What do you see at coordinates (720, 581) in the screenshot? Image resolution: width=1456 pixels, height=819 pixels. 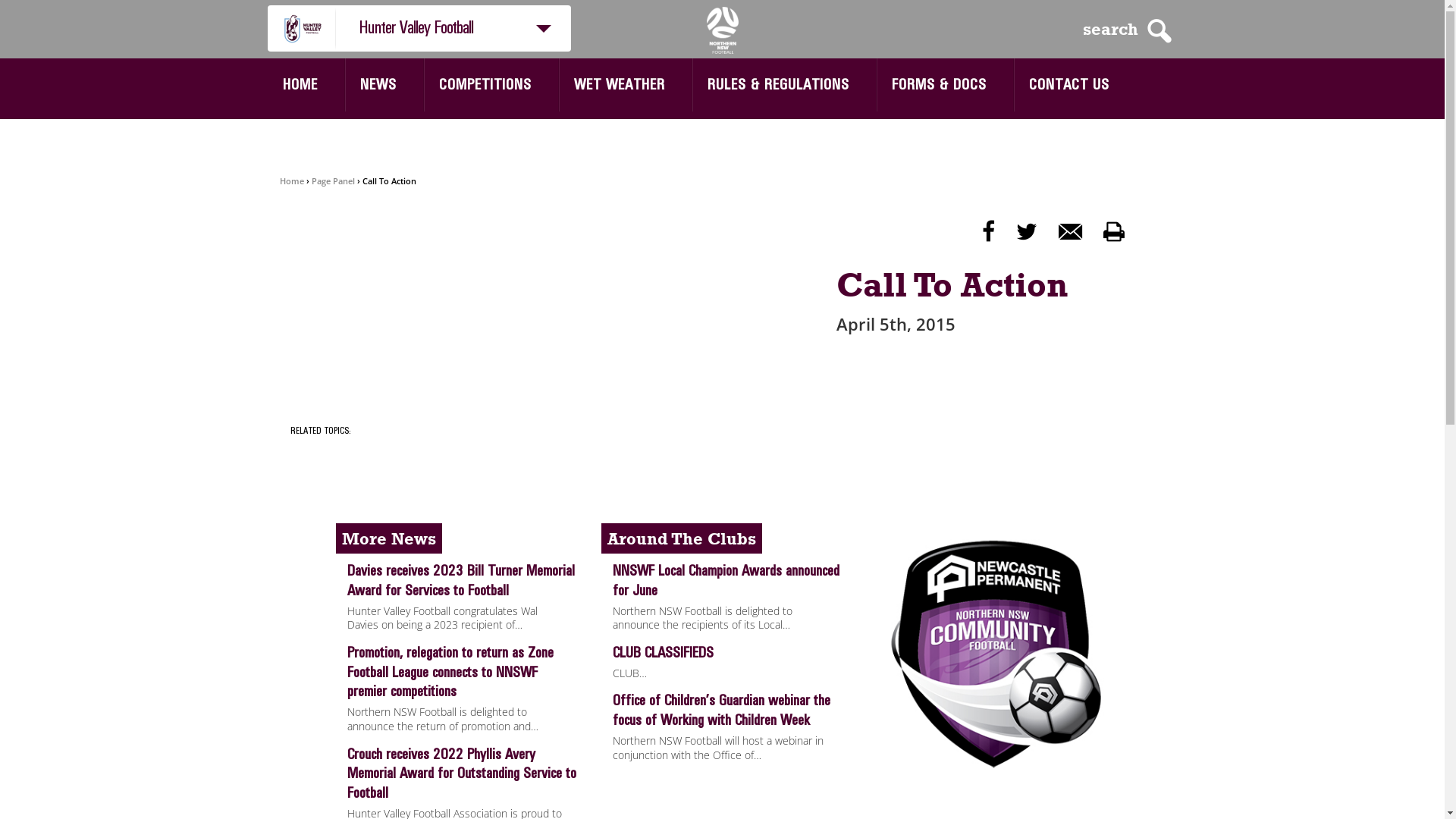 I see `'NNSWF Local Champion Awards announced for June'` at bounding box center [720, 581].